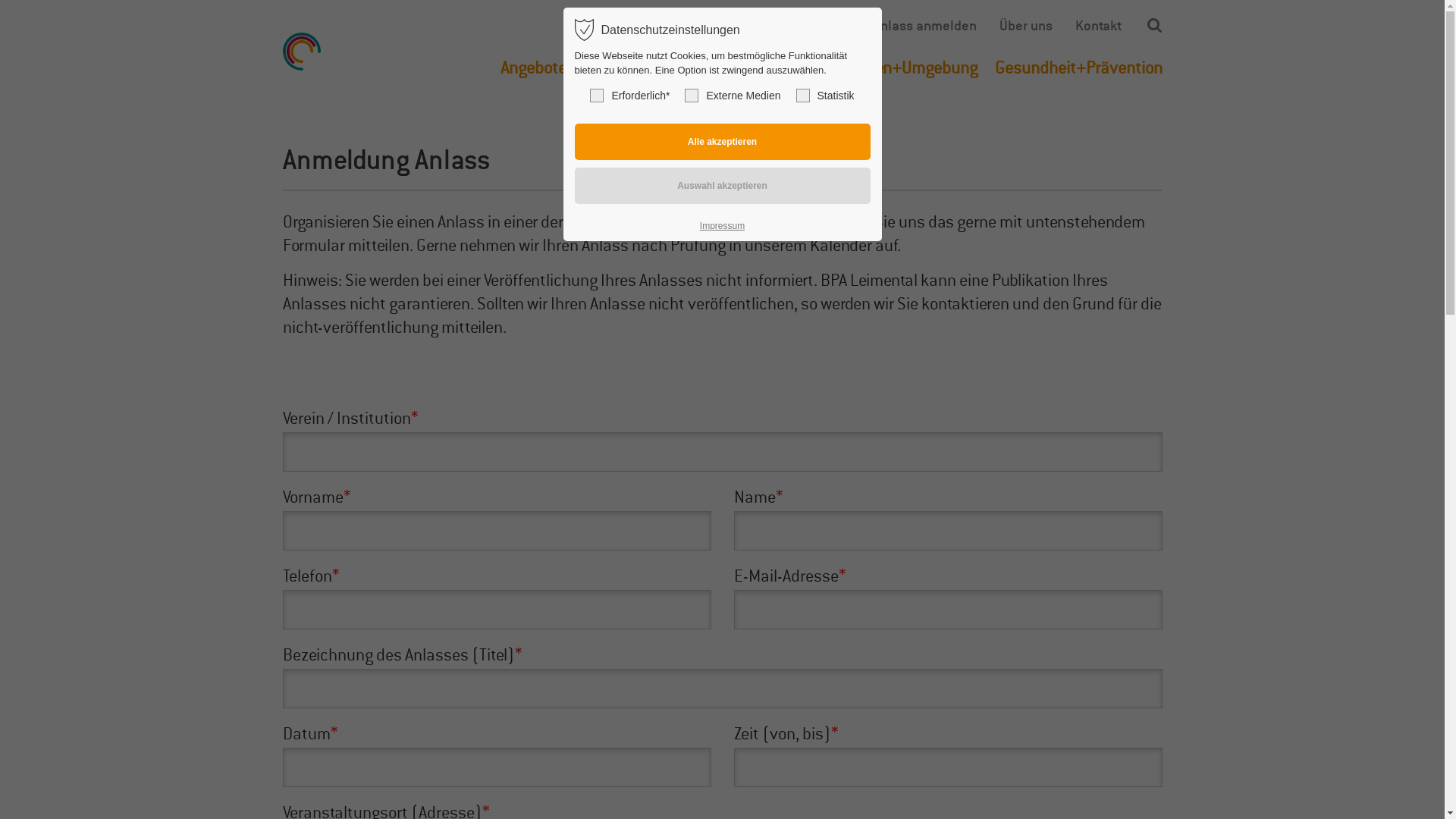 This screenshot has width=1456, height=819. What do you see at coordinates (735, 25) in the screenshot?
I see `'Termin vereinbaren'` at bounding box center [735, 25].